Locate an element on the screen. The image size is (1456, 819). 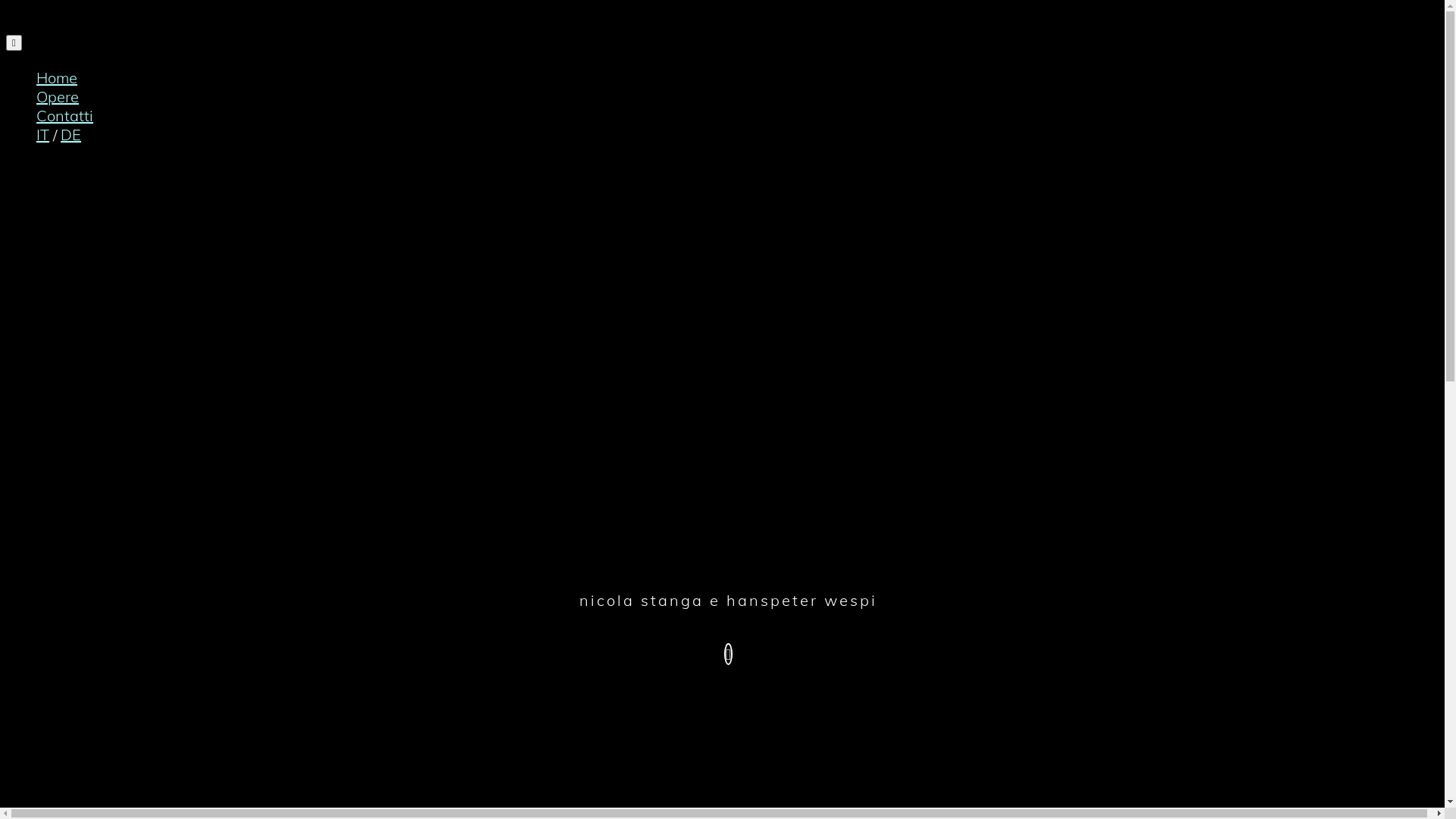
'IT' is located at coordinates (42, 133).